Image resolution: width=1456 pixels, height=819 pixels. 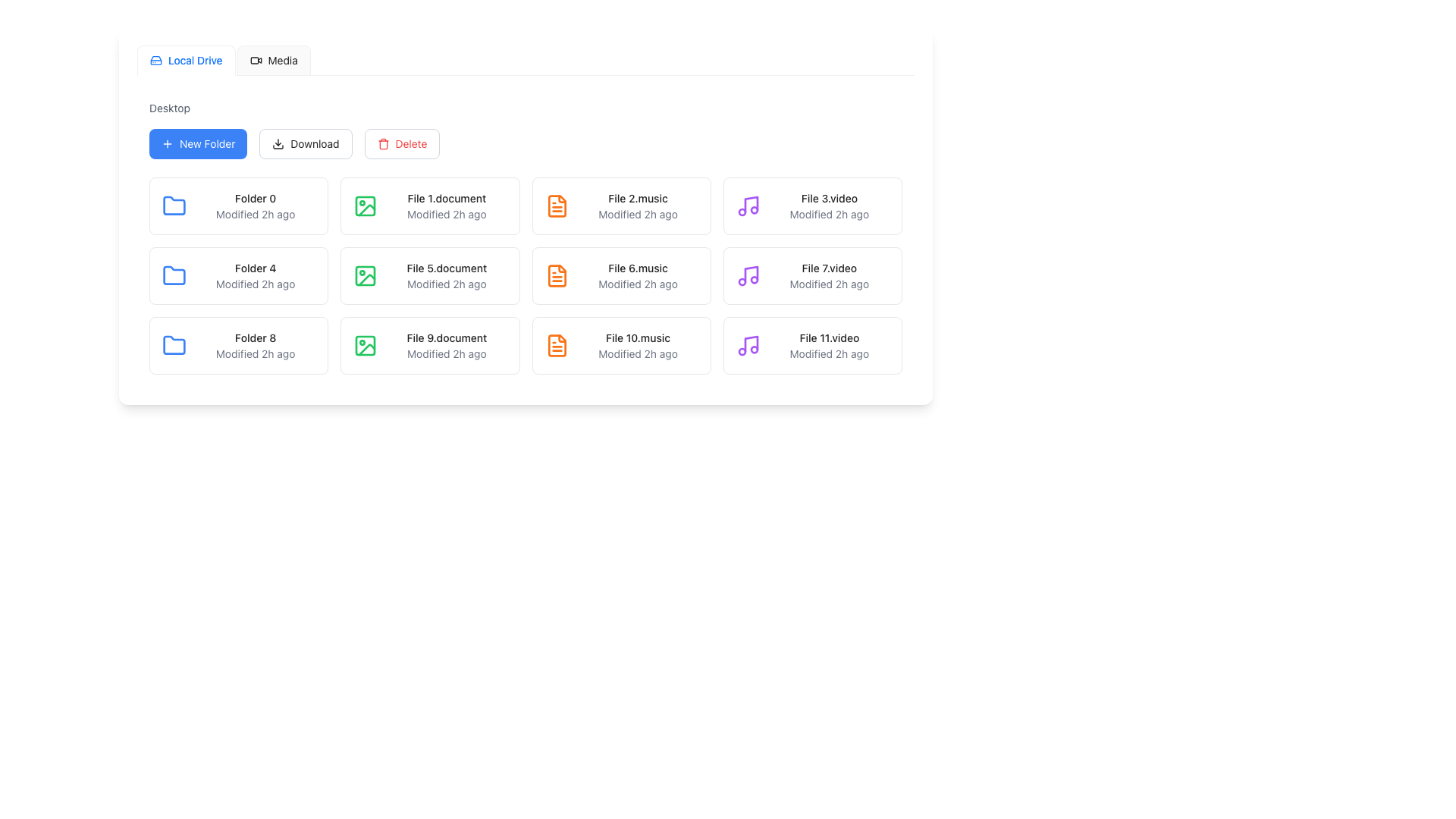 What do you see at coordinates (556, 275) in the screenshot?
I see `the orange document icon representing 'File 6.music' in the second row, third column under the 'Desktop' section` at bounding box center [556, 275].